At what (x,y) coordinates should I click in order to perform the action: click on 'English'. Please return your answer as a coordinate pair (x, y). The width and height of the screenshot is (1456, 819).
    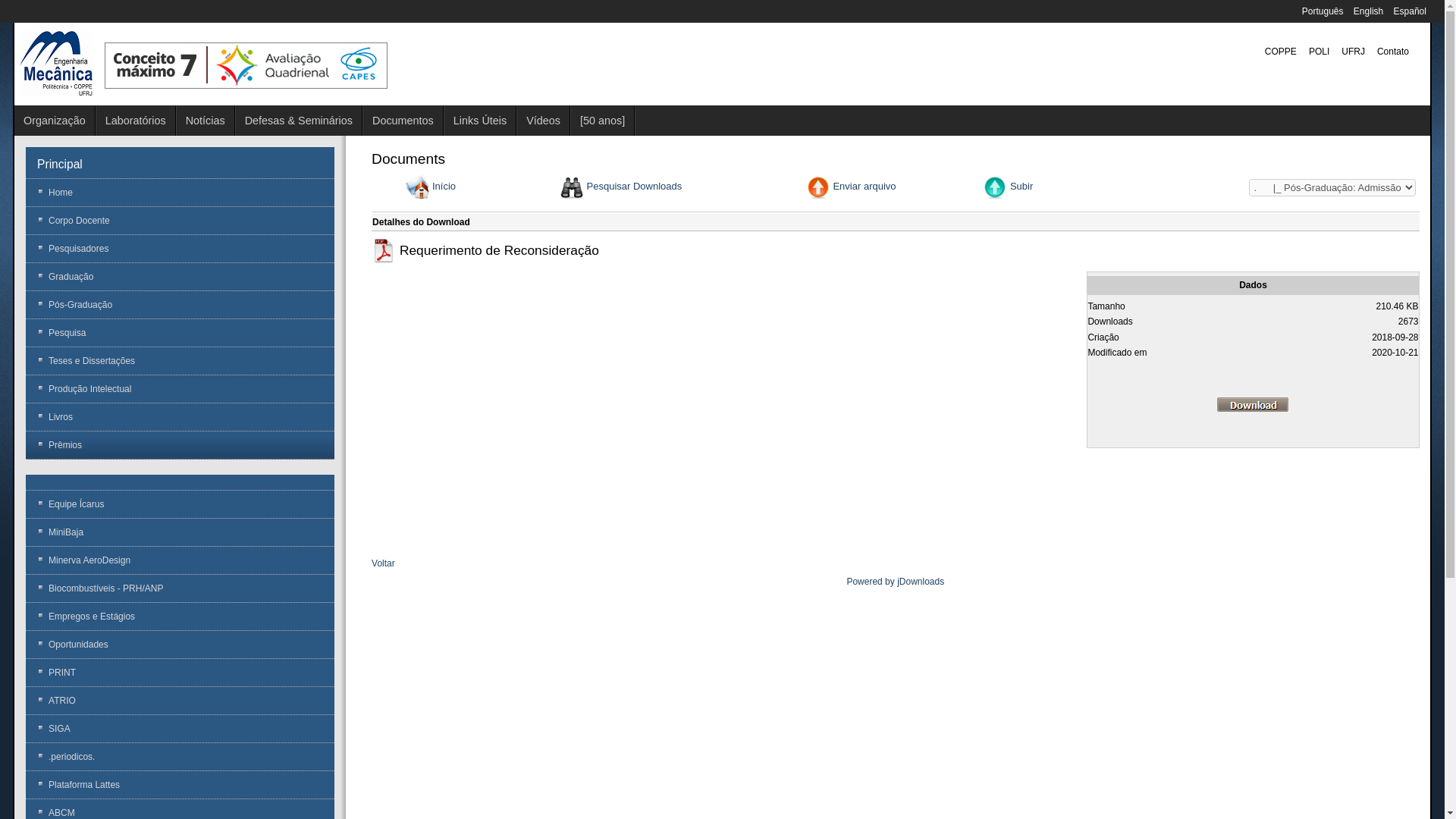
    Looking at the image, I should click on (1370, 11).